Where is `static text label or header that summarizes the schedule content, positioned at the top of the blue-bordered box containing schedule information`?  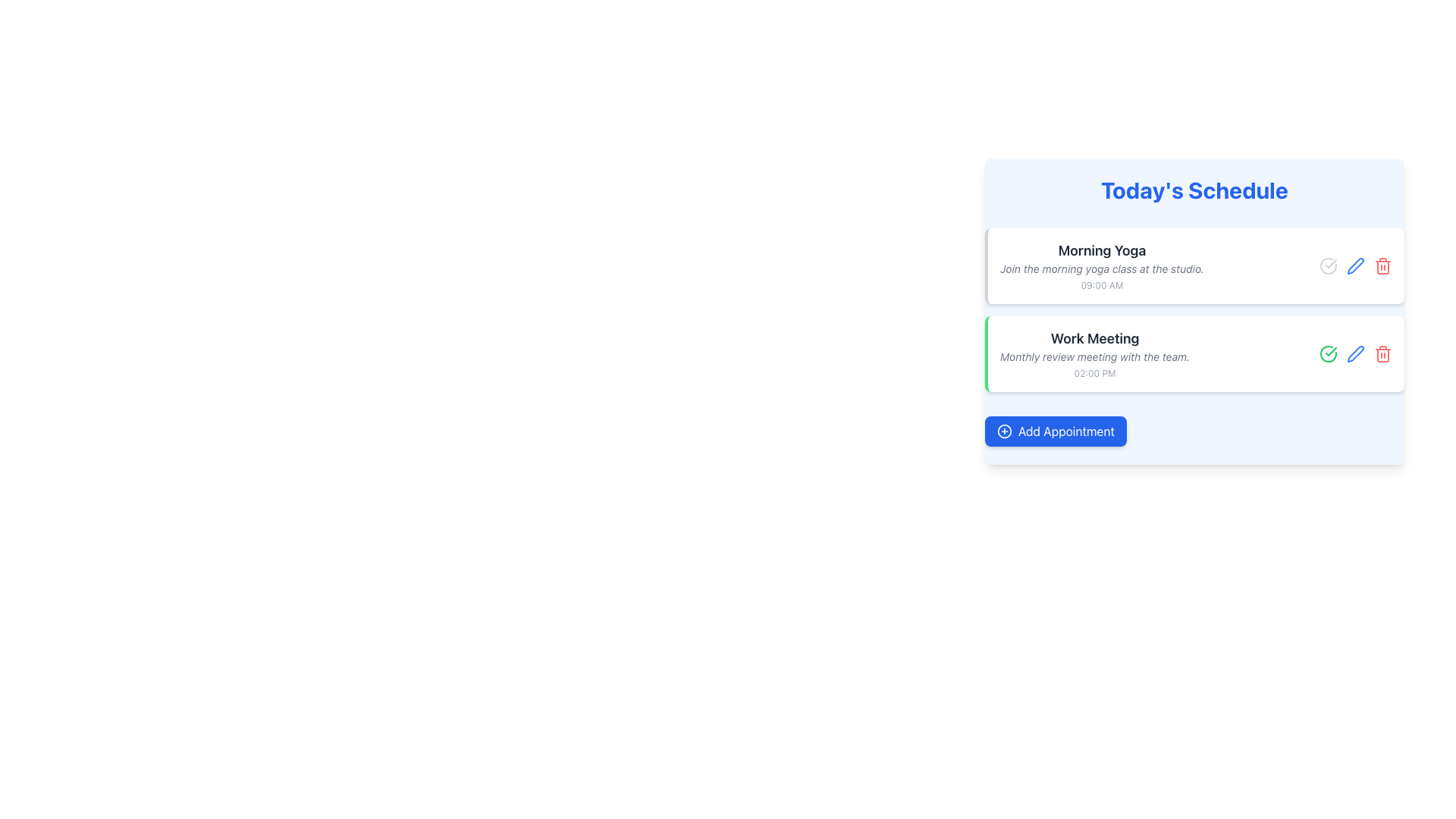 static text label or header that summarizes the schedule content, positioned at the top of the blue-bordered box containing schedule information is located at coordinates (1194, 189).